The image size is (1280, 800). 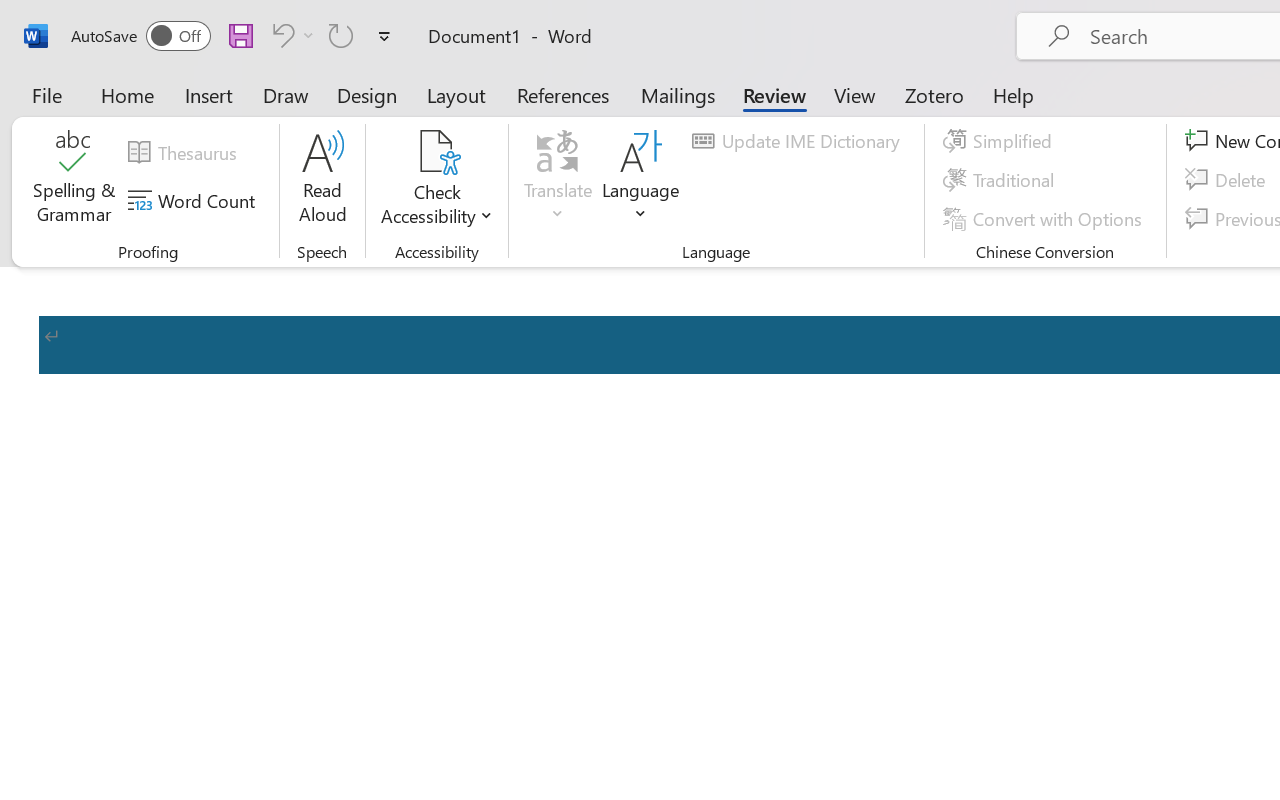 I want to click on 'Check Accessibility', so click(x=436, y=179).